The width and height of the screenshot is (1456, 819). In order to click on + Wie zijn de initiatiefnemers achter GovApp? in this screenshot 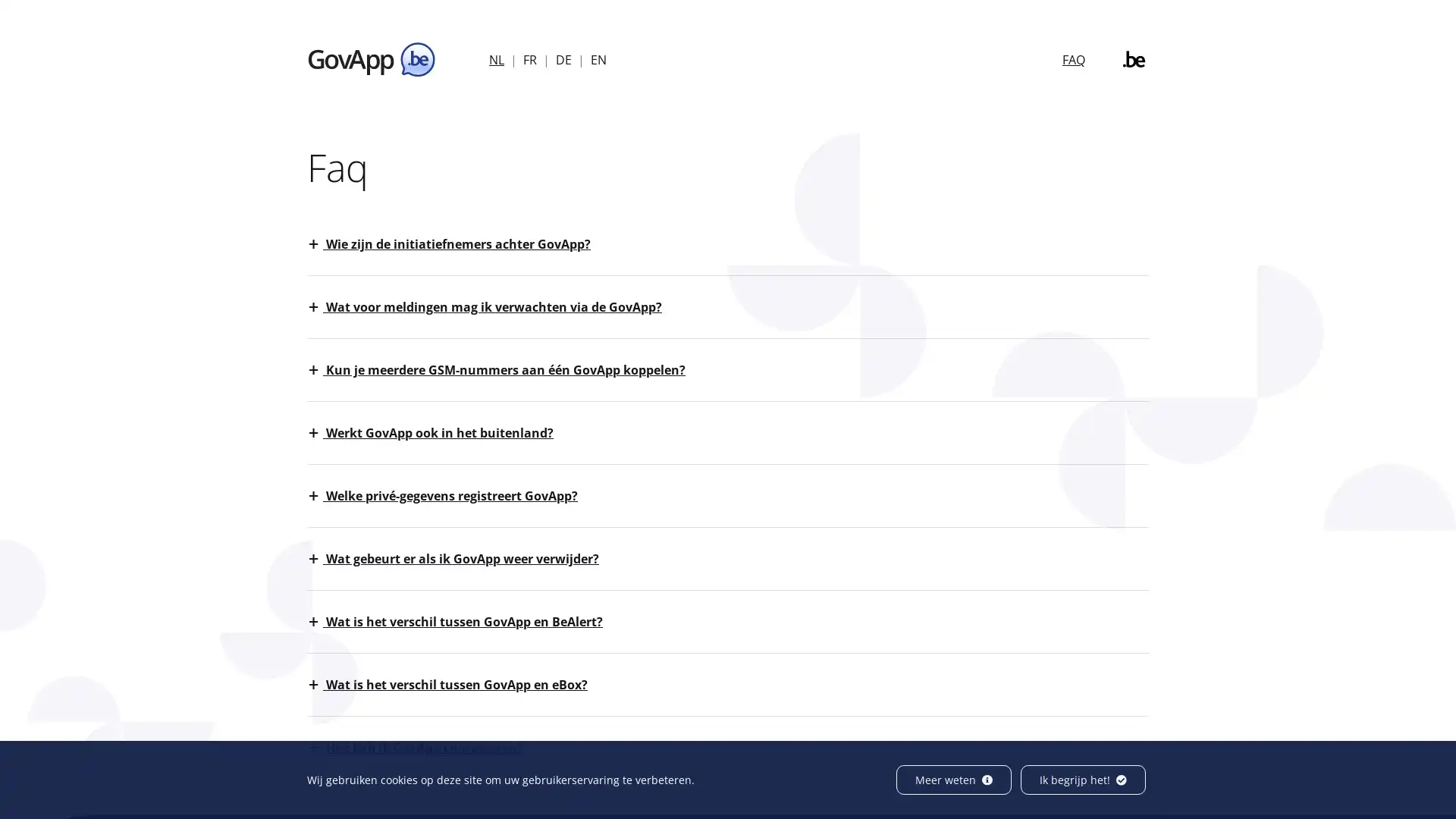, I will do `click(457, 243)`.